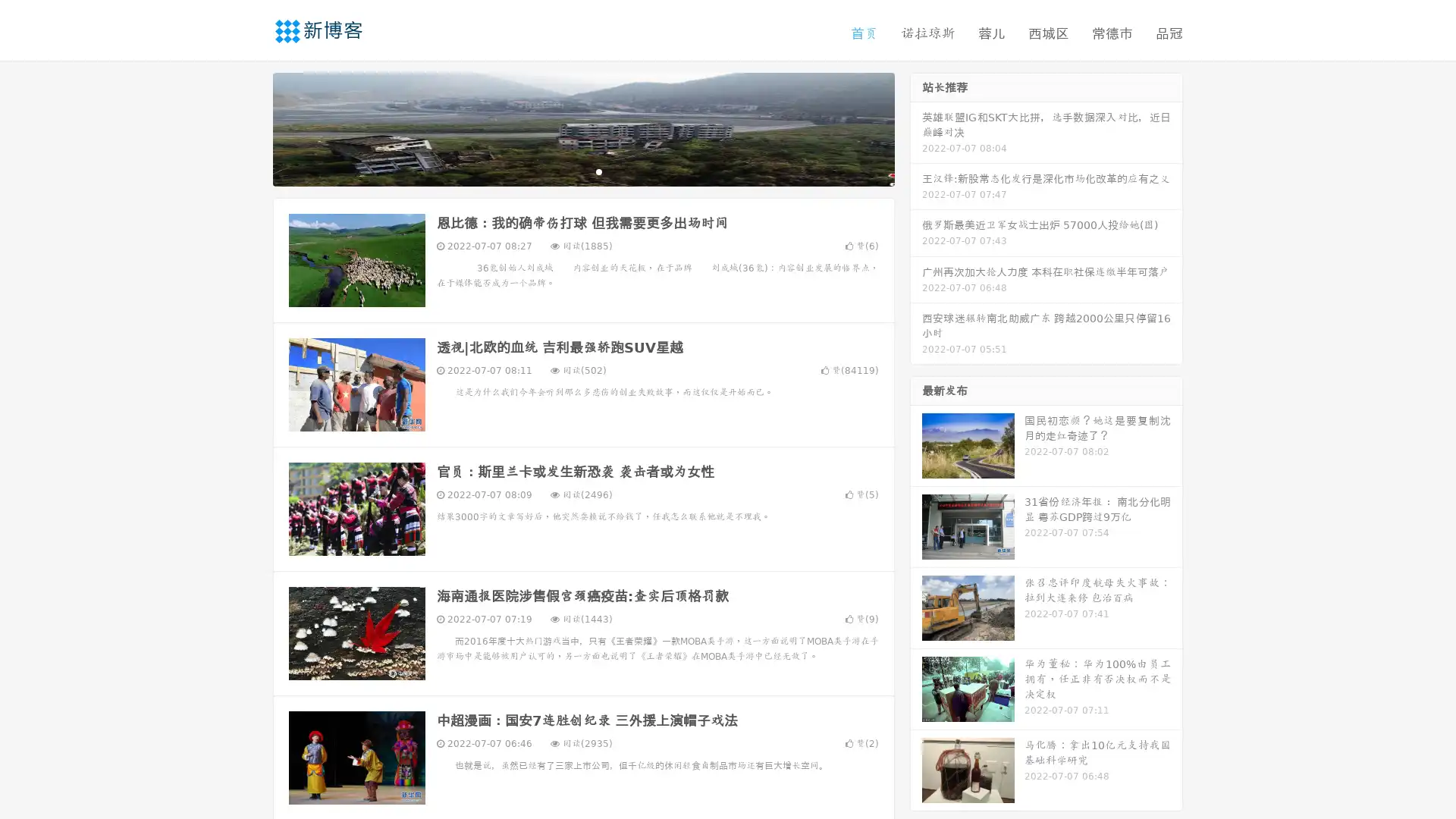 This screenshot has width=1456, height=819. Describe the element at coordinates (582, 171) in the screenshot. I see `Go to slide 2` at that location.